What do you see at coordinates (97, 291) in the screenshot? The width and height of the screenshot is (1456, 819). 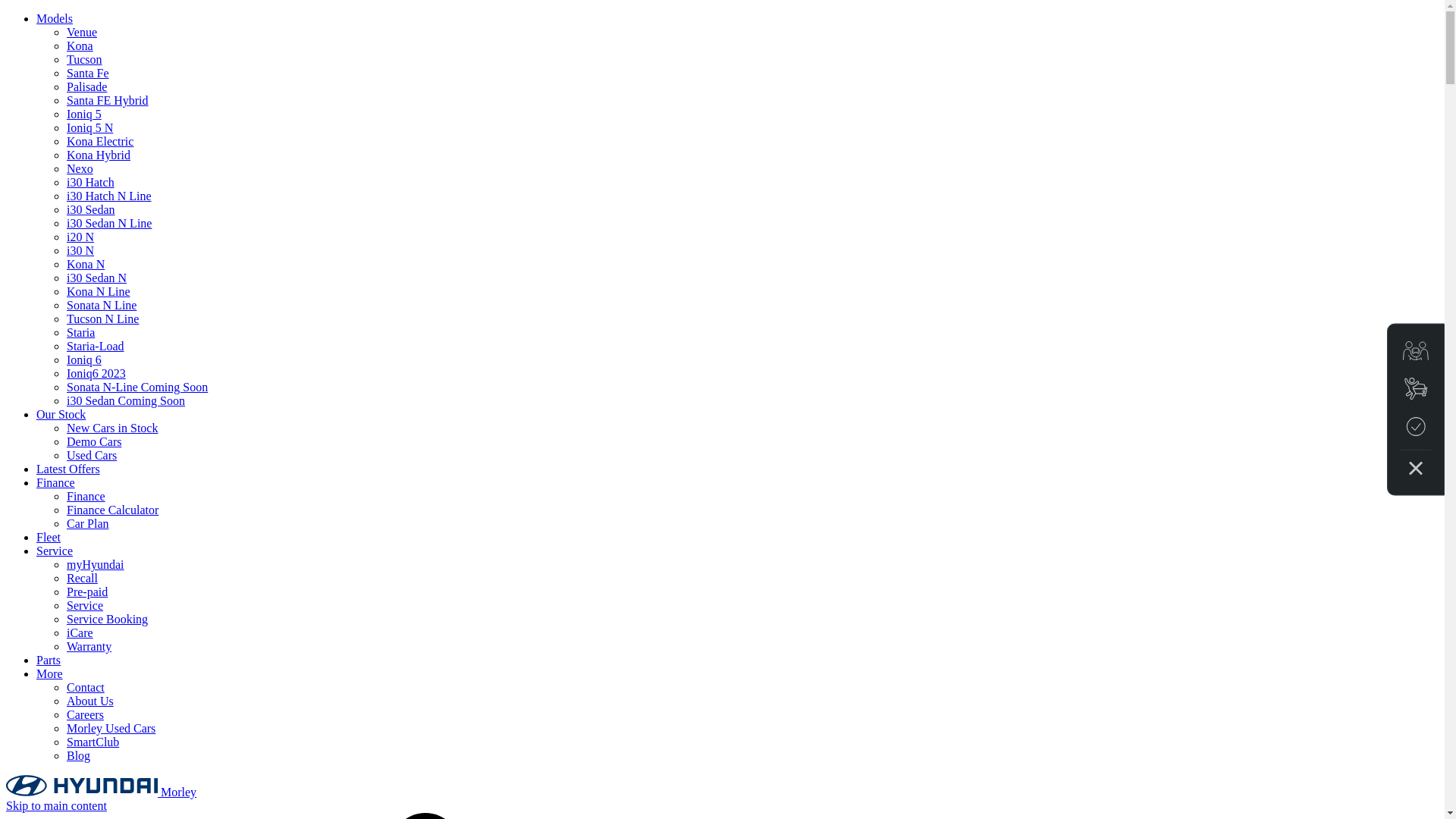 I see `'Kona N Line'` at bounding box center [97, 291].